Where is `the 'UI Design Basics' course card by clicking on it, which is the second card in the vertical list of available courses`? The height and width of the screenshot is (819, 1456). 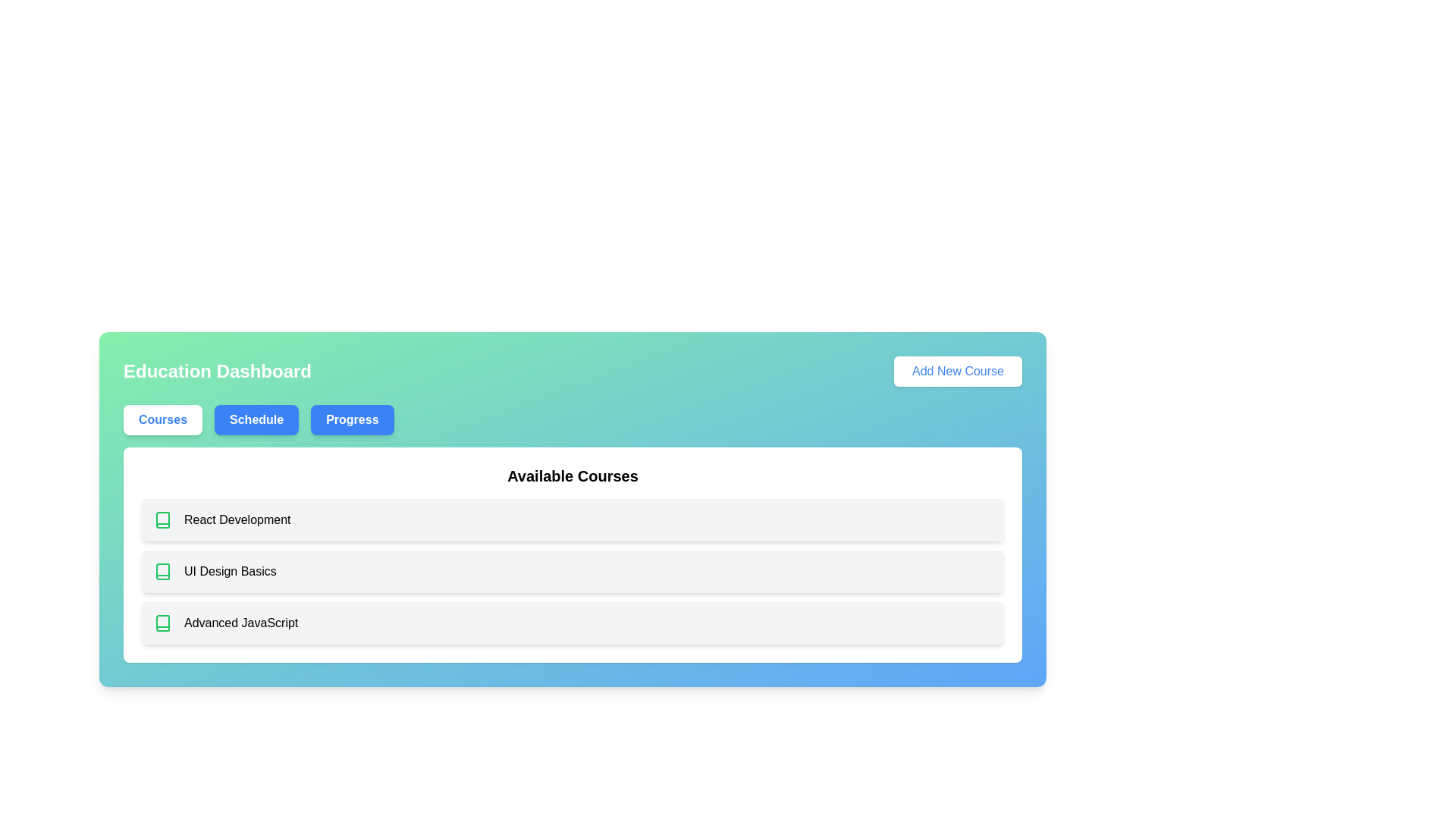 the 'UI Design Basics' course card by clicking on it, which is the second card in the vertical list of available courses is located at coordinates (572, 571).